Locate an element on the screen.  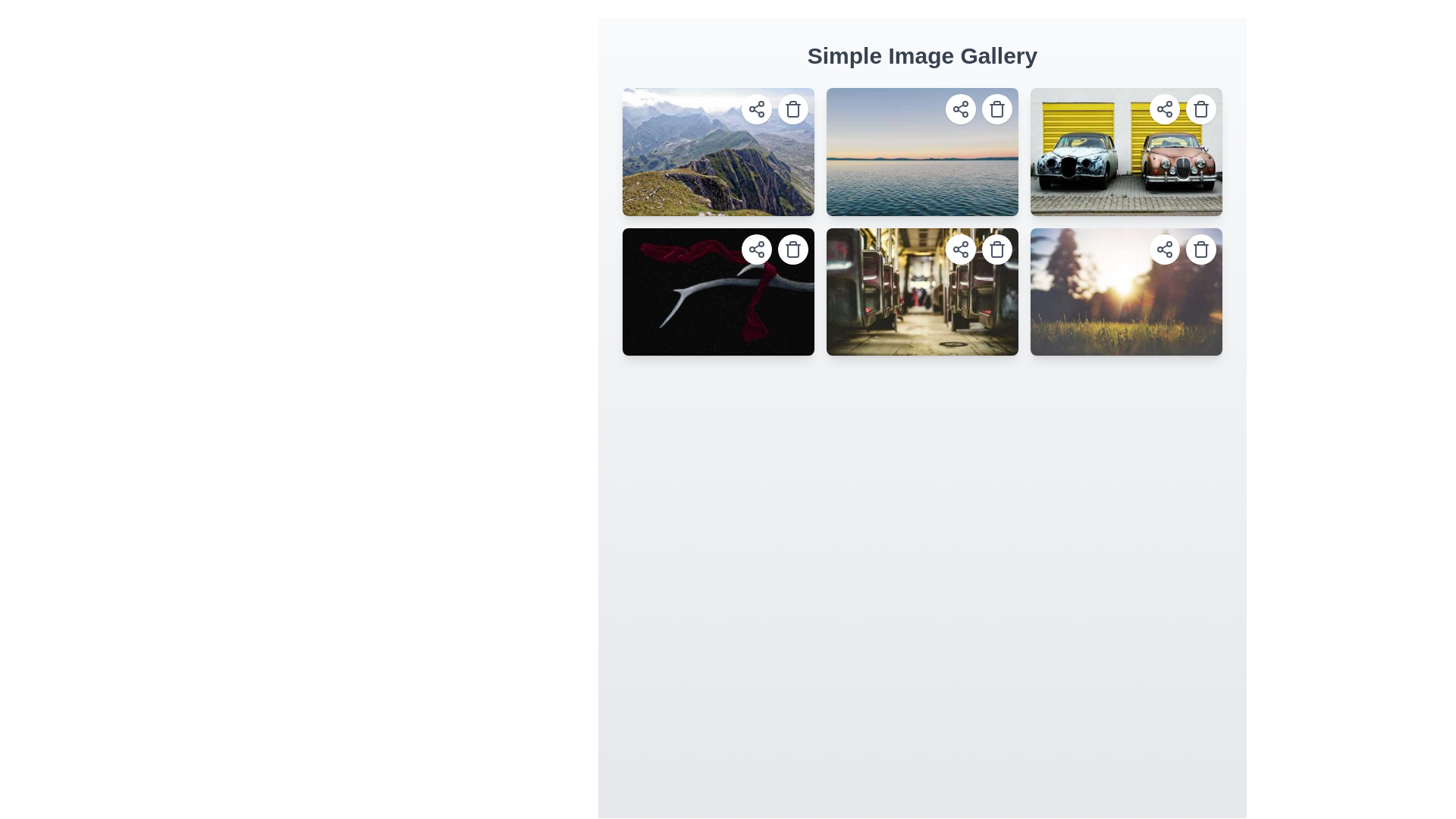
the outlined trash bin icon located at the top-right corner of the first image in the first row of the image gallery is located at coordinates (792, 108).